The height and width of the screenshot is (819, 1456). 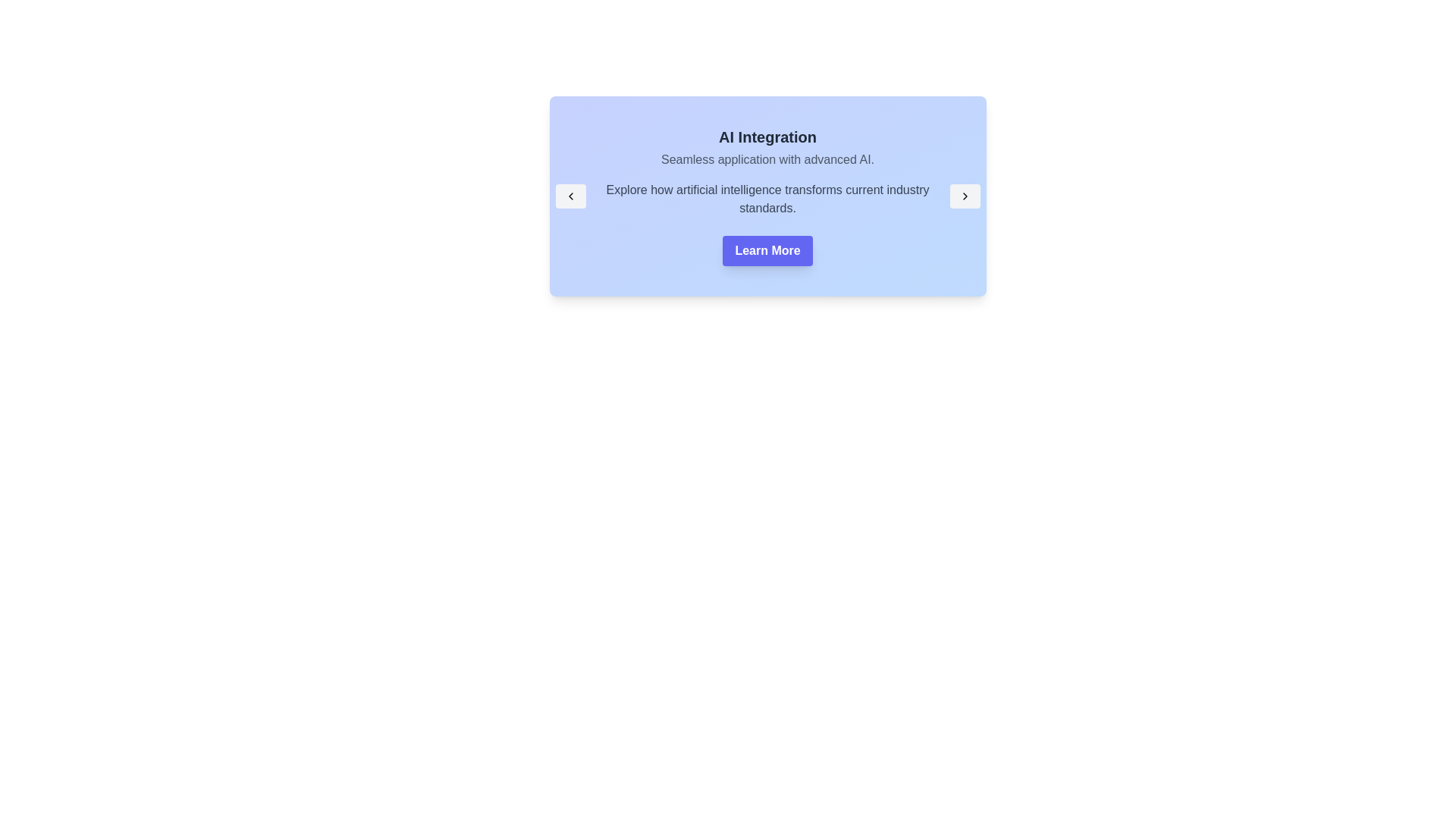 What do you see at coordinates (767, 137) in the screenshot?
I see `the heading text element, which serves as the title for the associated content section, positioned at the top of the section above summary text and buttons` at bounding box center [767, 137].